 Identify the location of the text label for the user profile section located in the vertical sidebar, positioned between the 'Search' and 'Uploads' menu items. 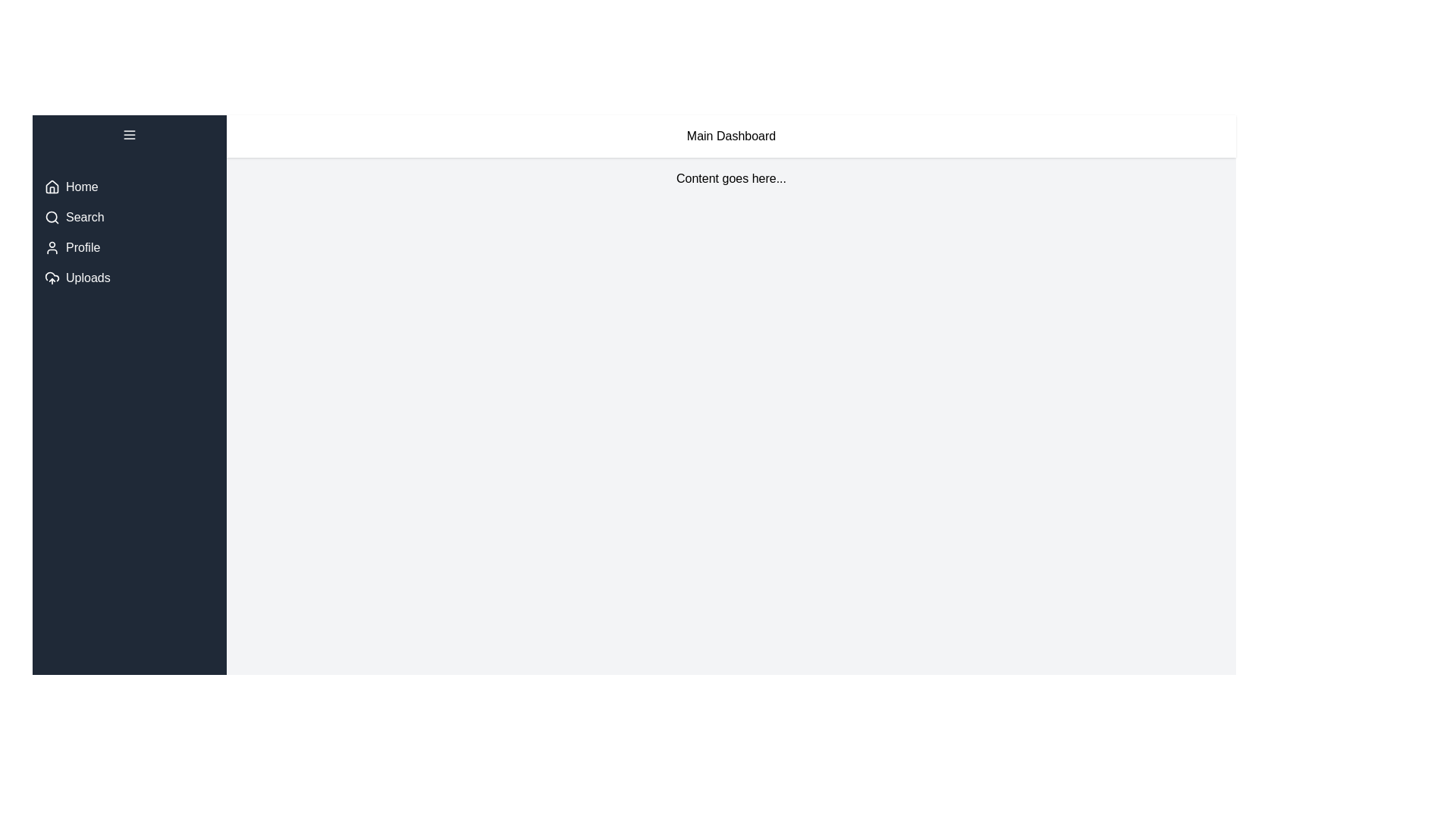
(82, 247).